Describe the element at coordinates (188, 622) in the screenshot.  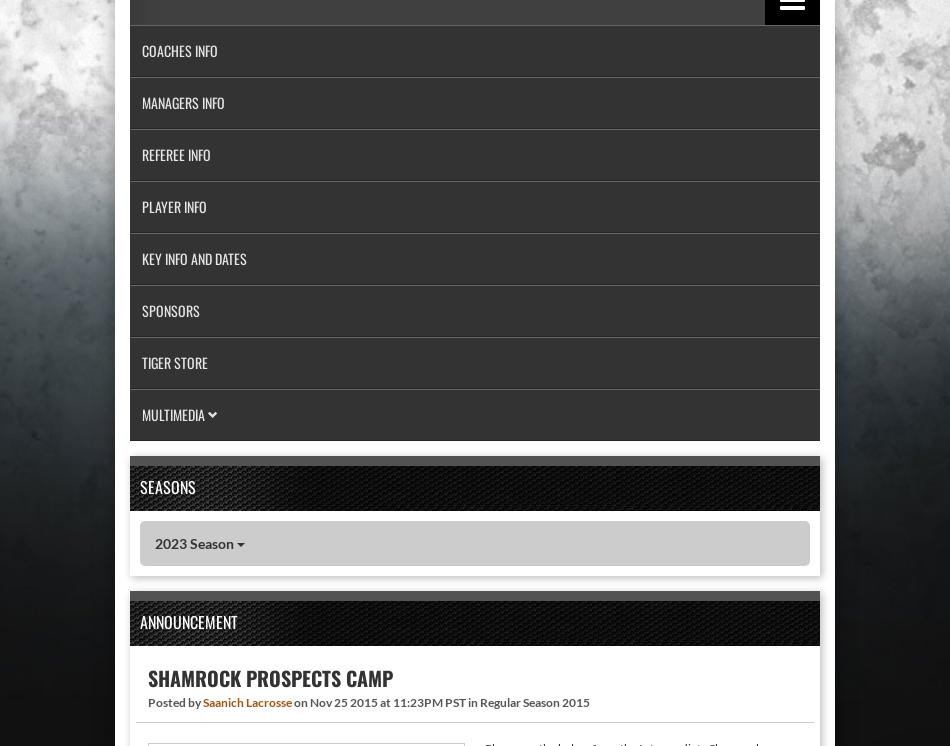
I see `'Announcement'` at that location.